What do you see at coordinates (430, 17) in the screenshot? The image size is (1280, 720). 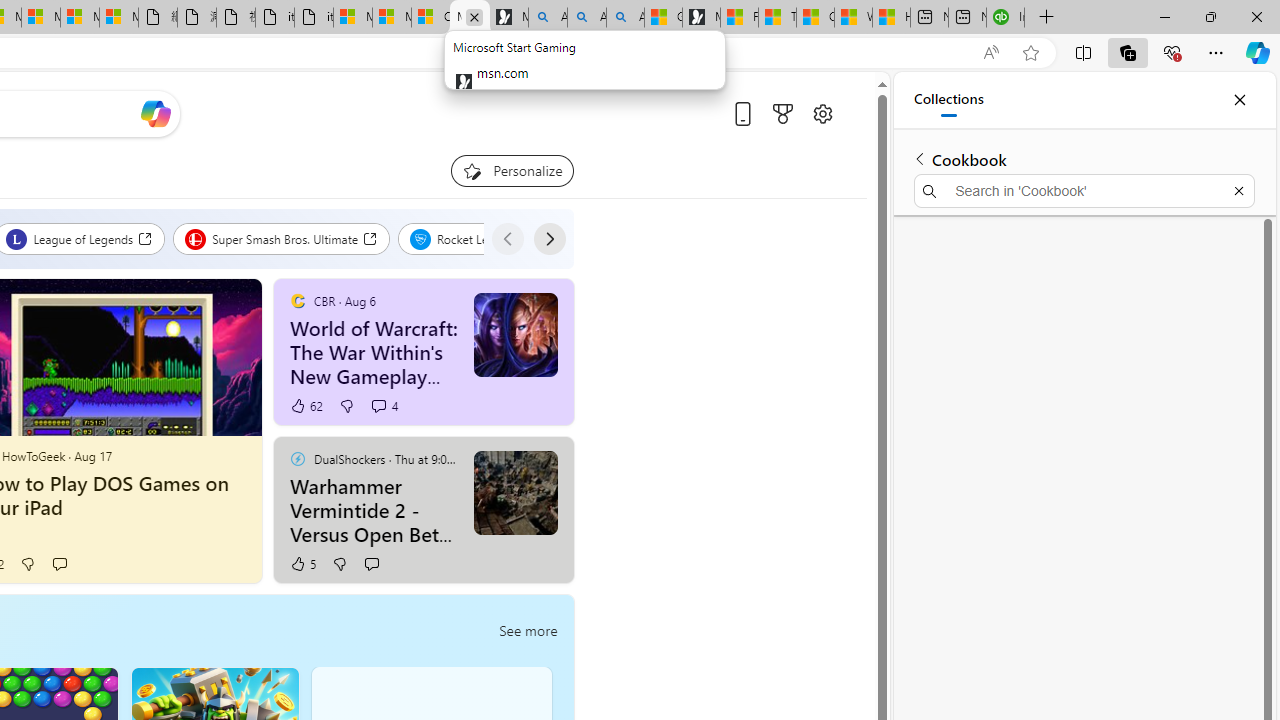 I see `'Consumer Health Data Privacy Policy'` at bounding box center [430, 17].